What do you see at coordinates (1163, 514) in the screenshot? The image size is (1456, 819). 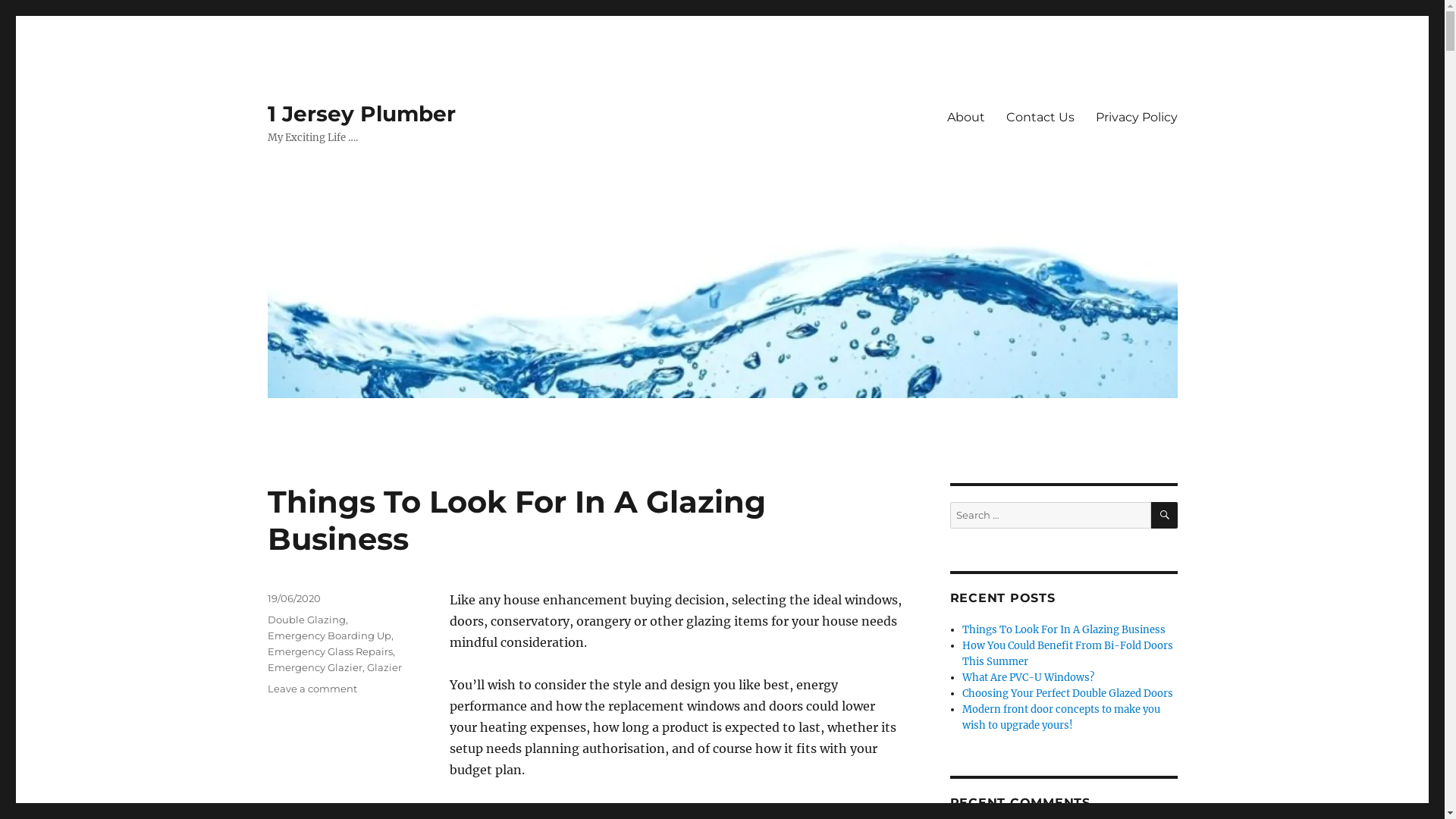 I see `'SEARCH'` at bounding box center [1163, 514].